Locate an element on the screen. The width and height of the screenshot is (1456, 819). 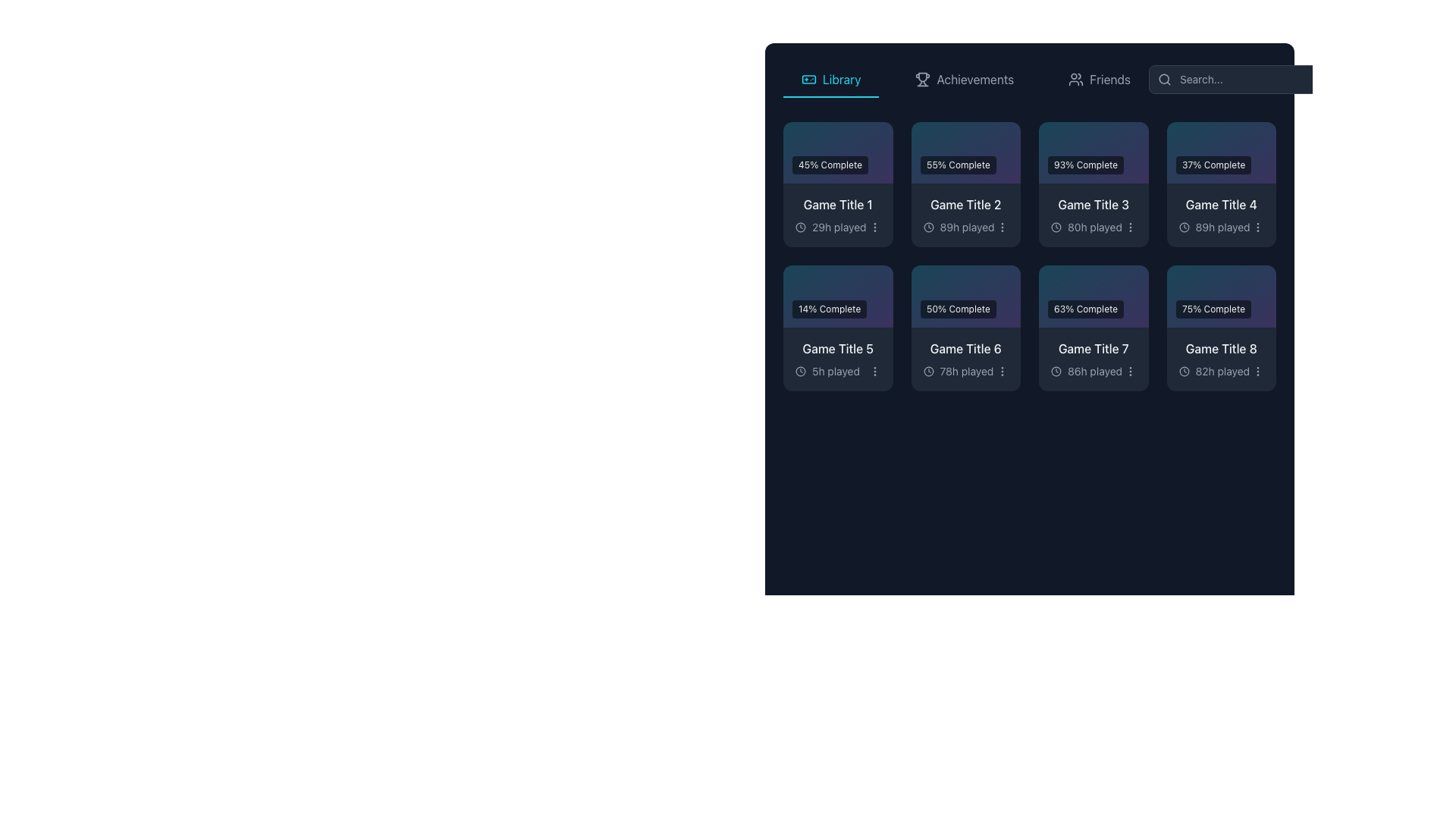
the small, circular clock-like icon located to the left of the text '82h played' in the fourth column of the second row of the grid layout for 'Game Title 8' is located at coordinates (1183, 371).